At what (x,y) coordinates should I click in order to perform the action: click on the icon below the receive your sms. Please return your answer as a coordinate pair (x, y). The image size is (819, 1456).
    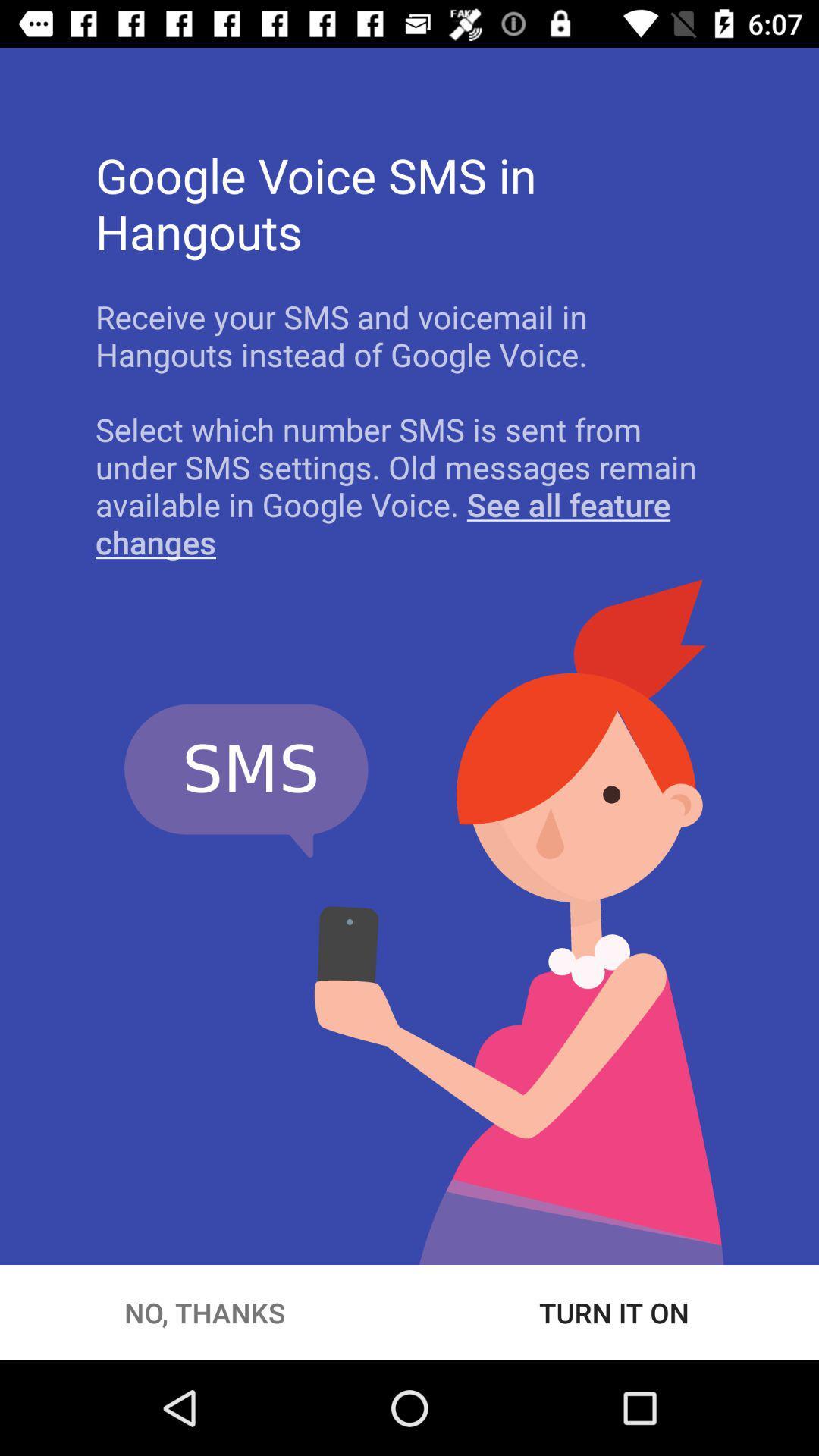
    Looking at the image, I should click on (409, 485).